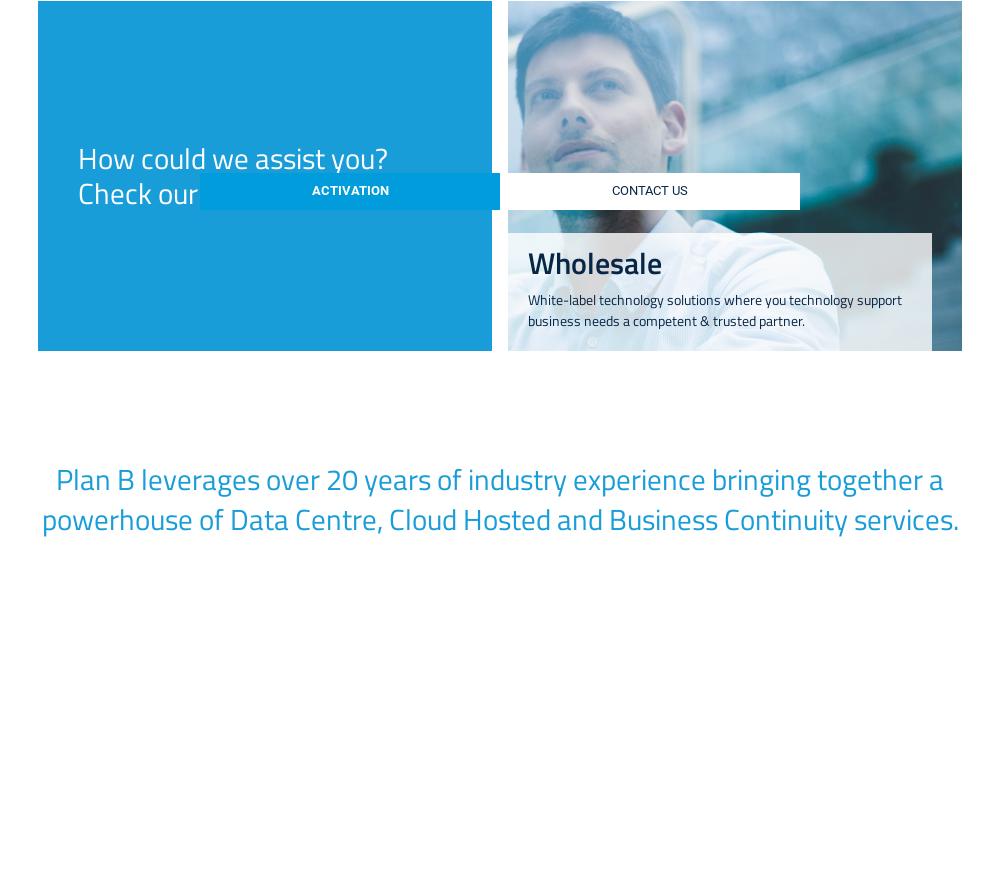 Image resolution: width=1000 pixels, height=895 pixels. I want to click on 'CONTACT US', so click(650, 190).